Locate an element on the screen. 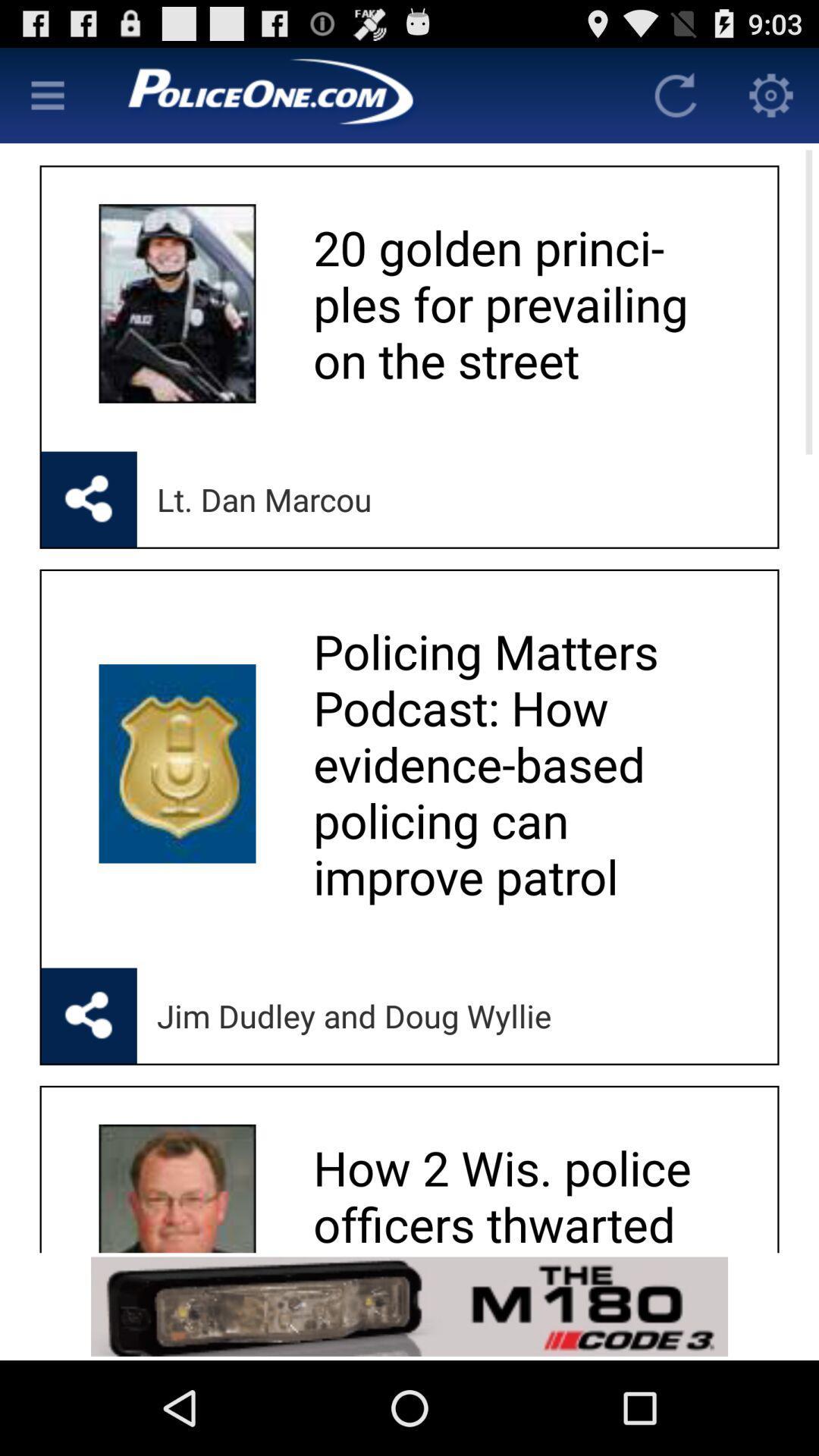 The height and width of the screenshot is (1456, 819). open settings is located at coordinates (771, 94).